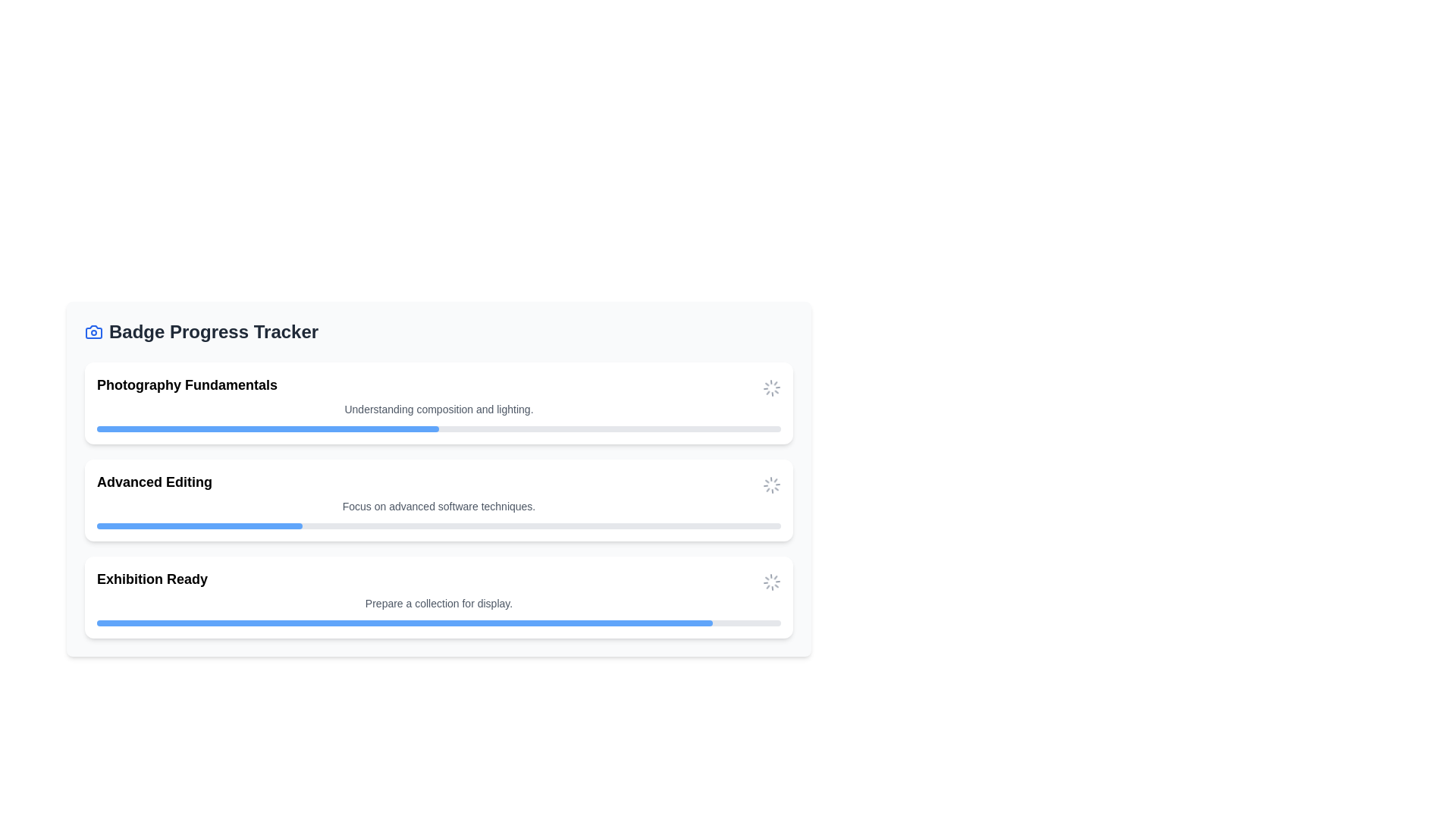  I want to click on the camera icon located in the top-left corner of the 'Badge Progress Tracker' section, which represents photography or progress, so click(93, 331).